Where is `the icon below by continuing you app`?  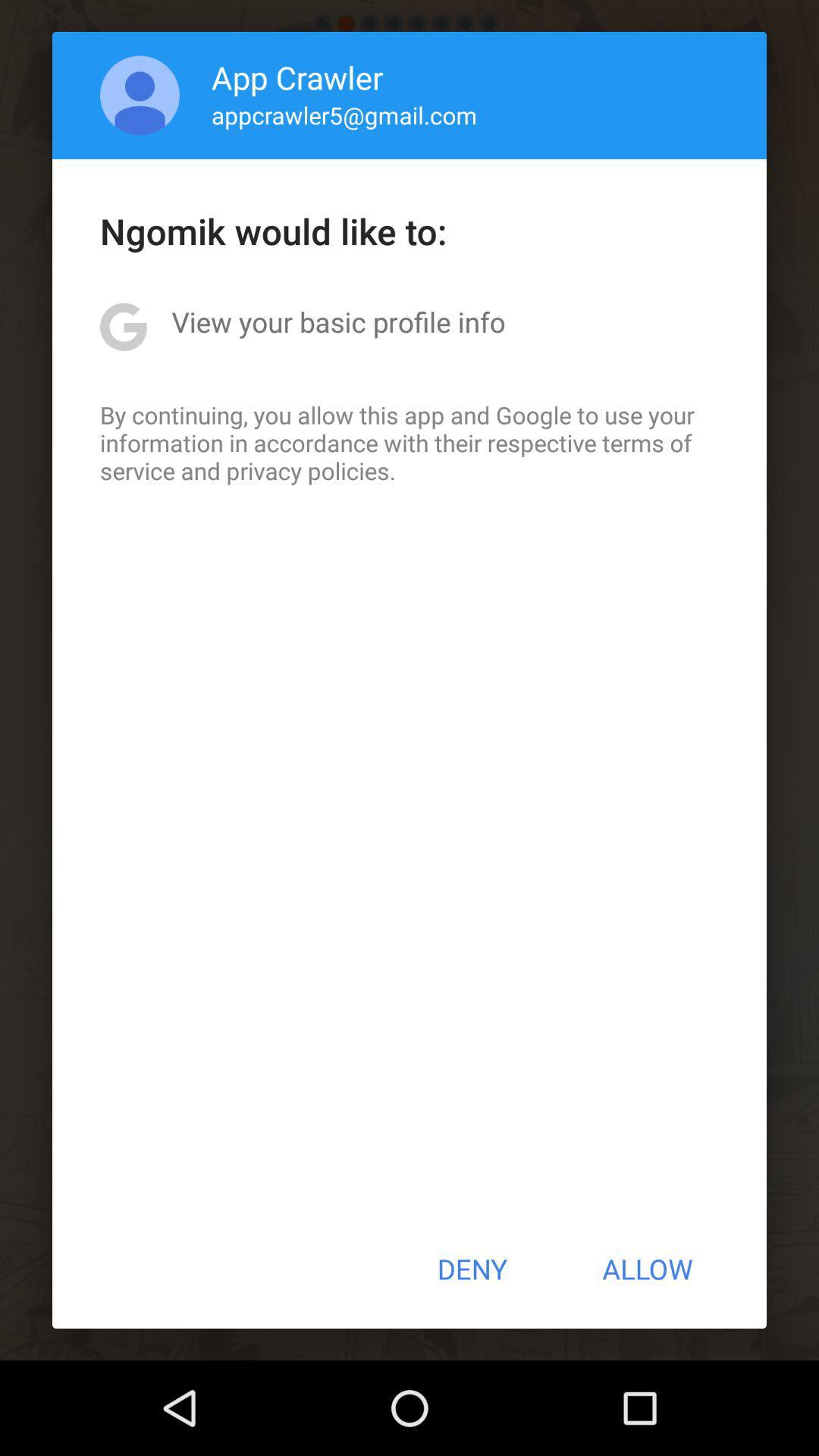 the icon below by continuing you app is located at coordinates (471, 1269).